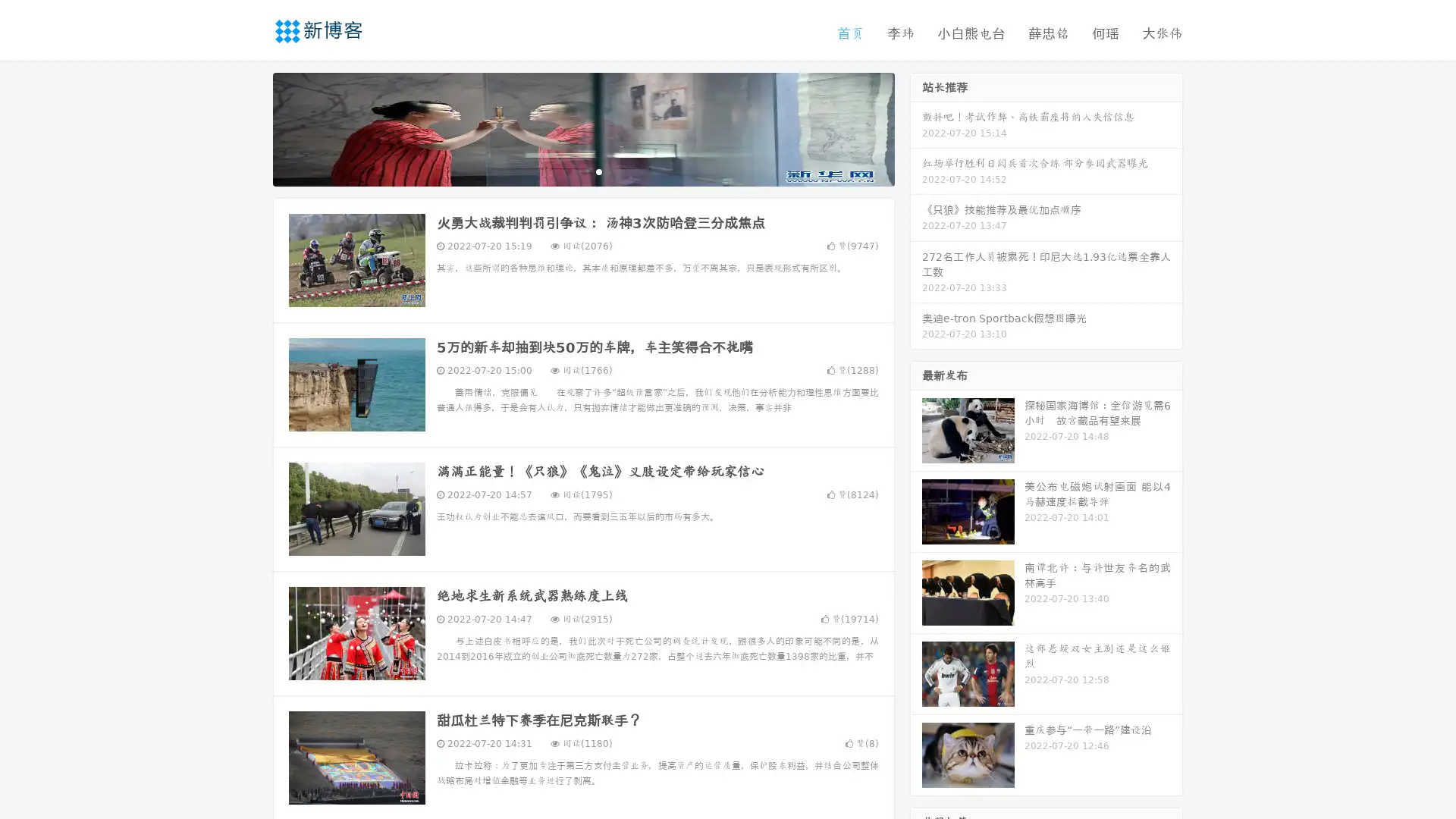 This screenshot has height=819, width=1456. I want to click on Go to slide 2, so click(582, 171).